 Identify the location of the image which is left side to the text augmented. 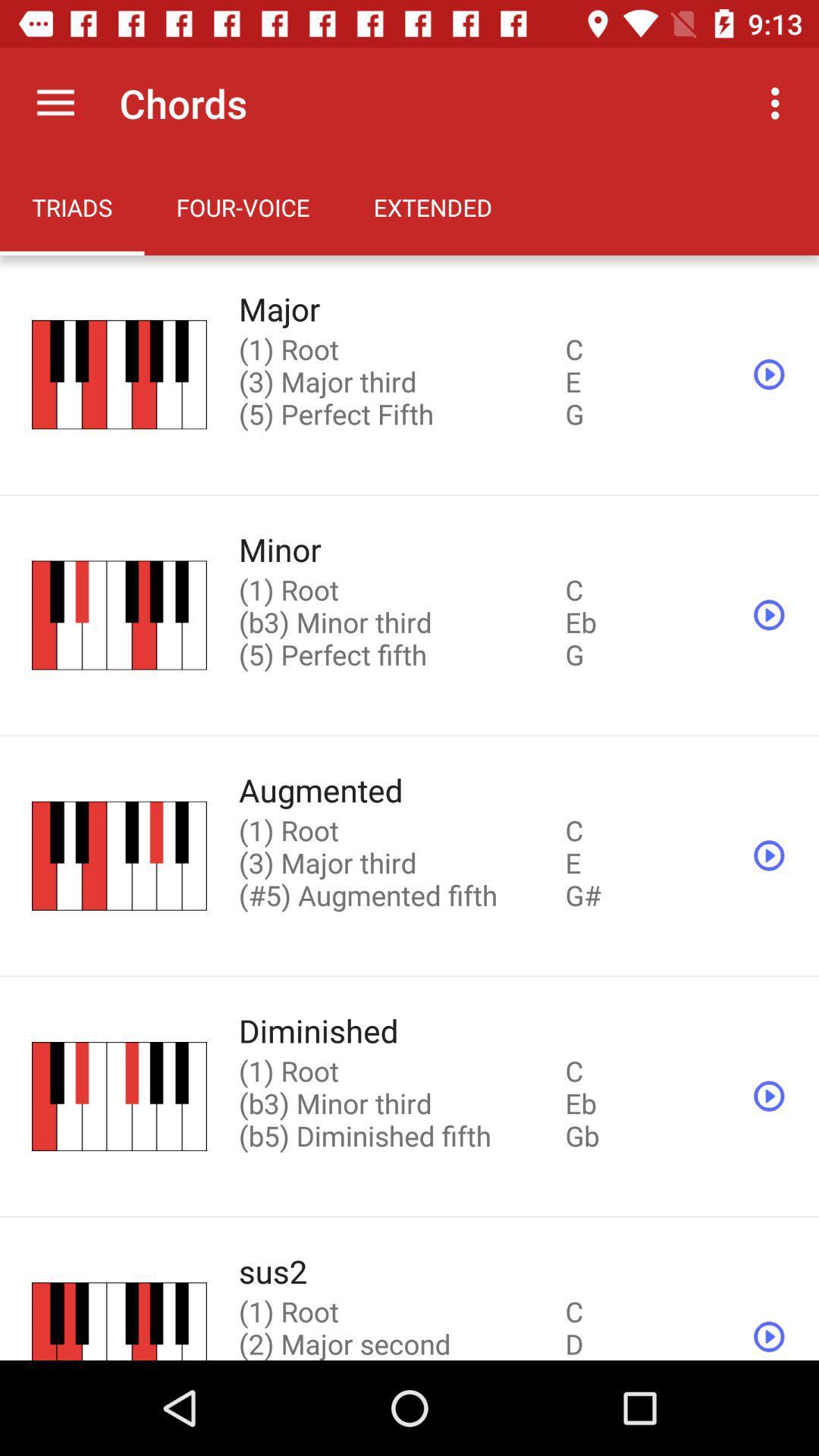
(118, 855).